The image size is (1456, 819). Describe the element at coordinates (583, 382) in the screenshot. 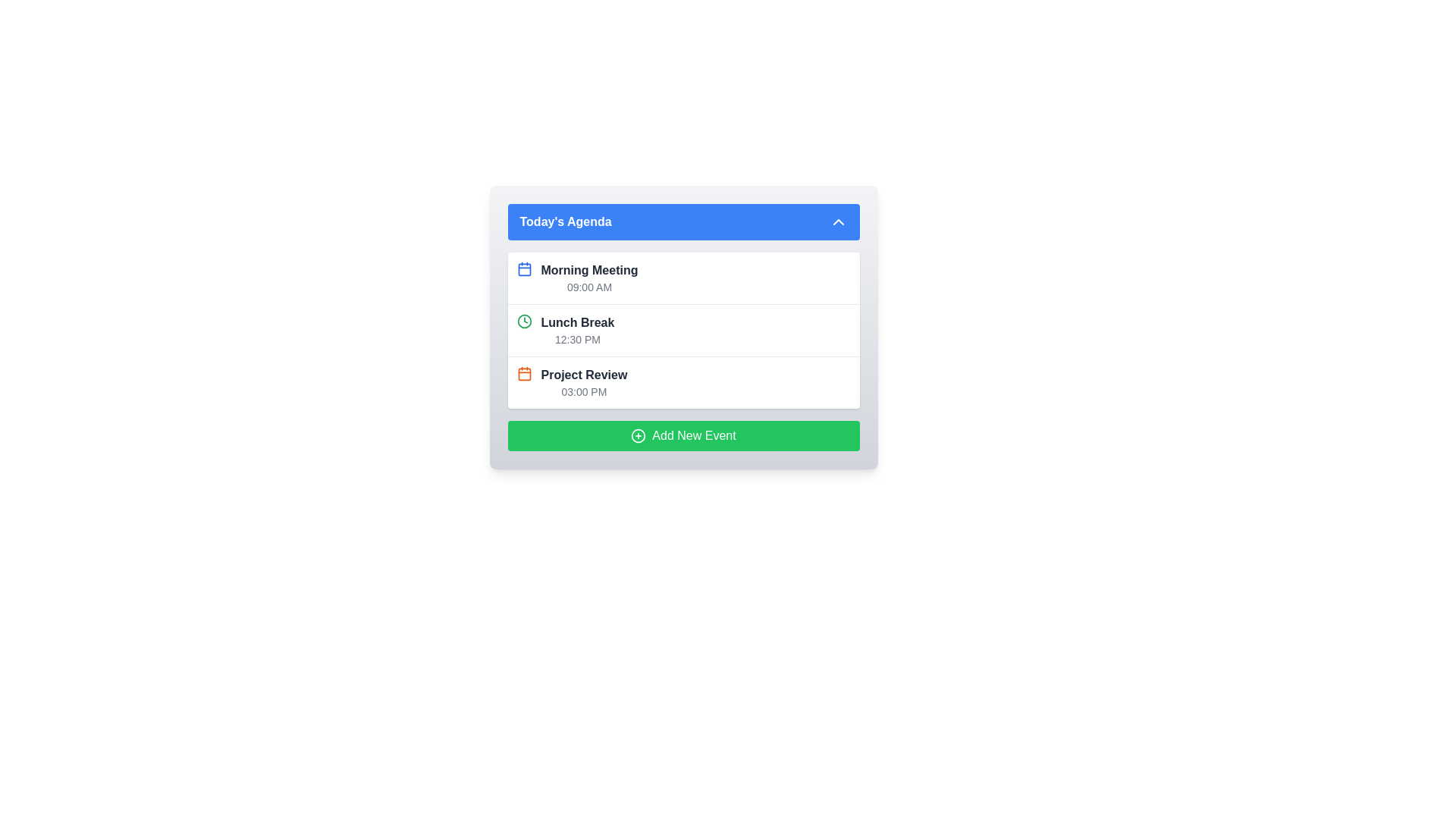

I see `the third list item in the 'Today's Agenda' section` at that location.